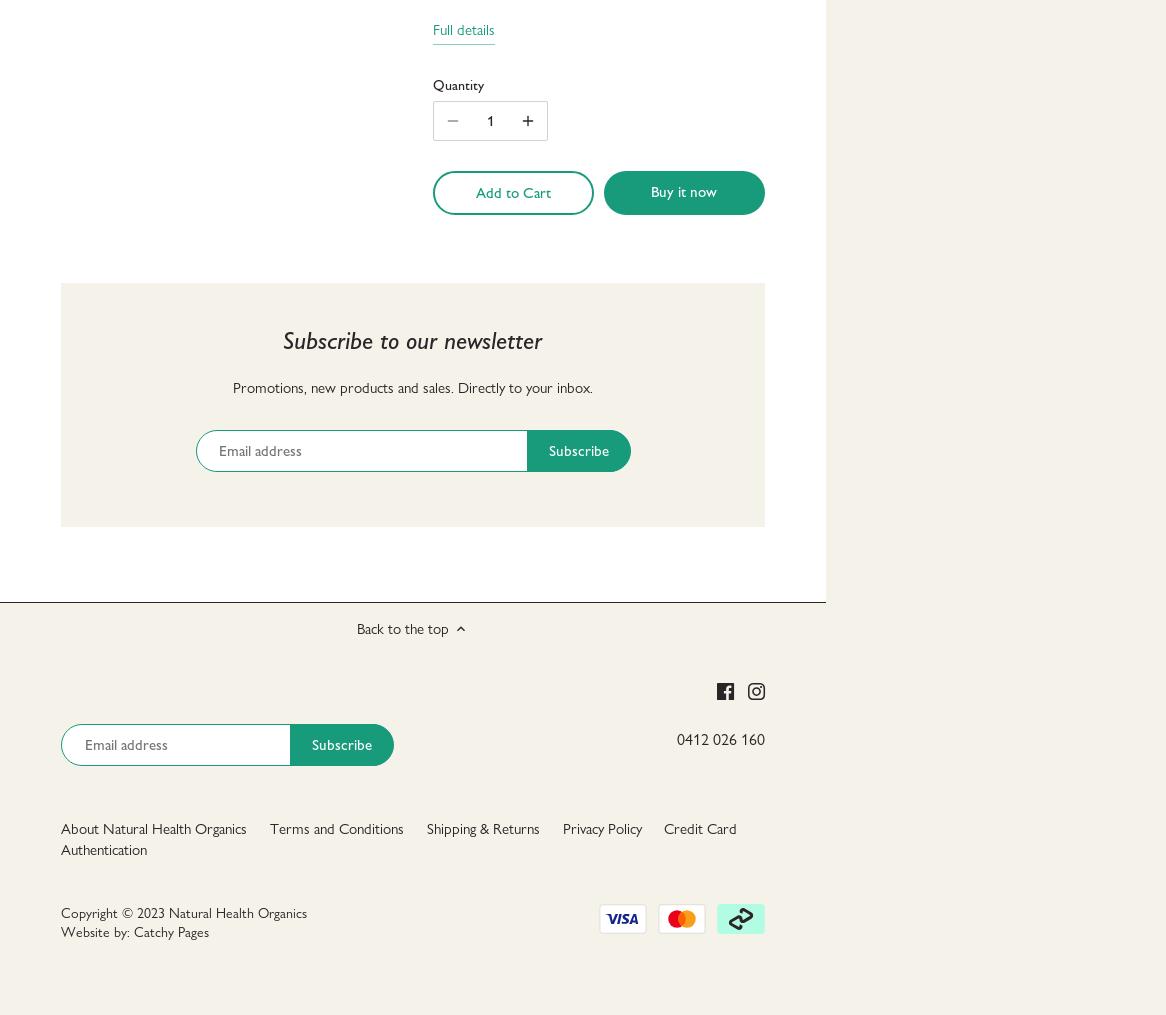 The height and width of the screenshot is (1015, 1166). I want to click on 'Subscribe to our newsletter', so click(411, 339).